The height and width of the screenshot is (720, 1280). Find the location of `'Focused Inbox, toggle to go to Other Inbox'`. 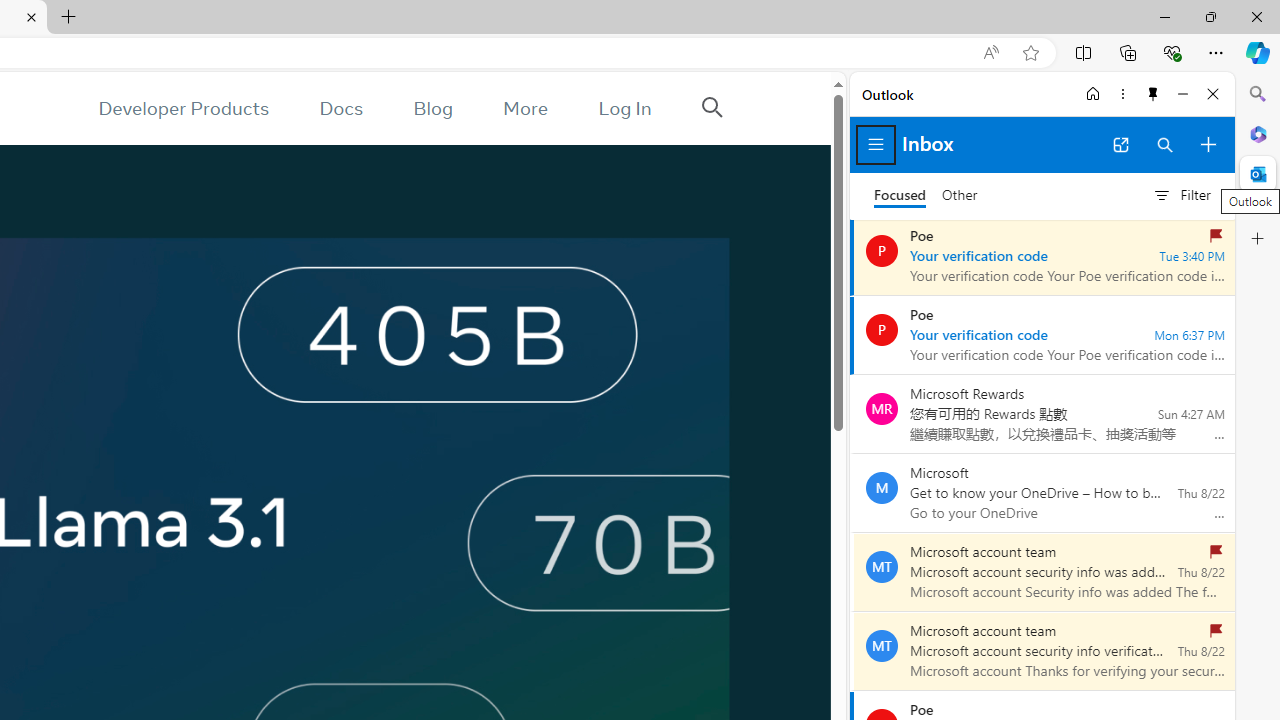

'Focused Inbox, toggle to go to Other Inbox' is located at coordinates (925, 195).